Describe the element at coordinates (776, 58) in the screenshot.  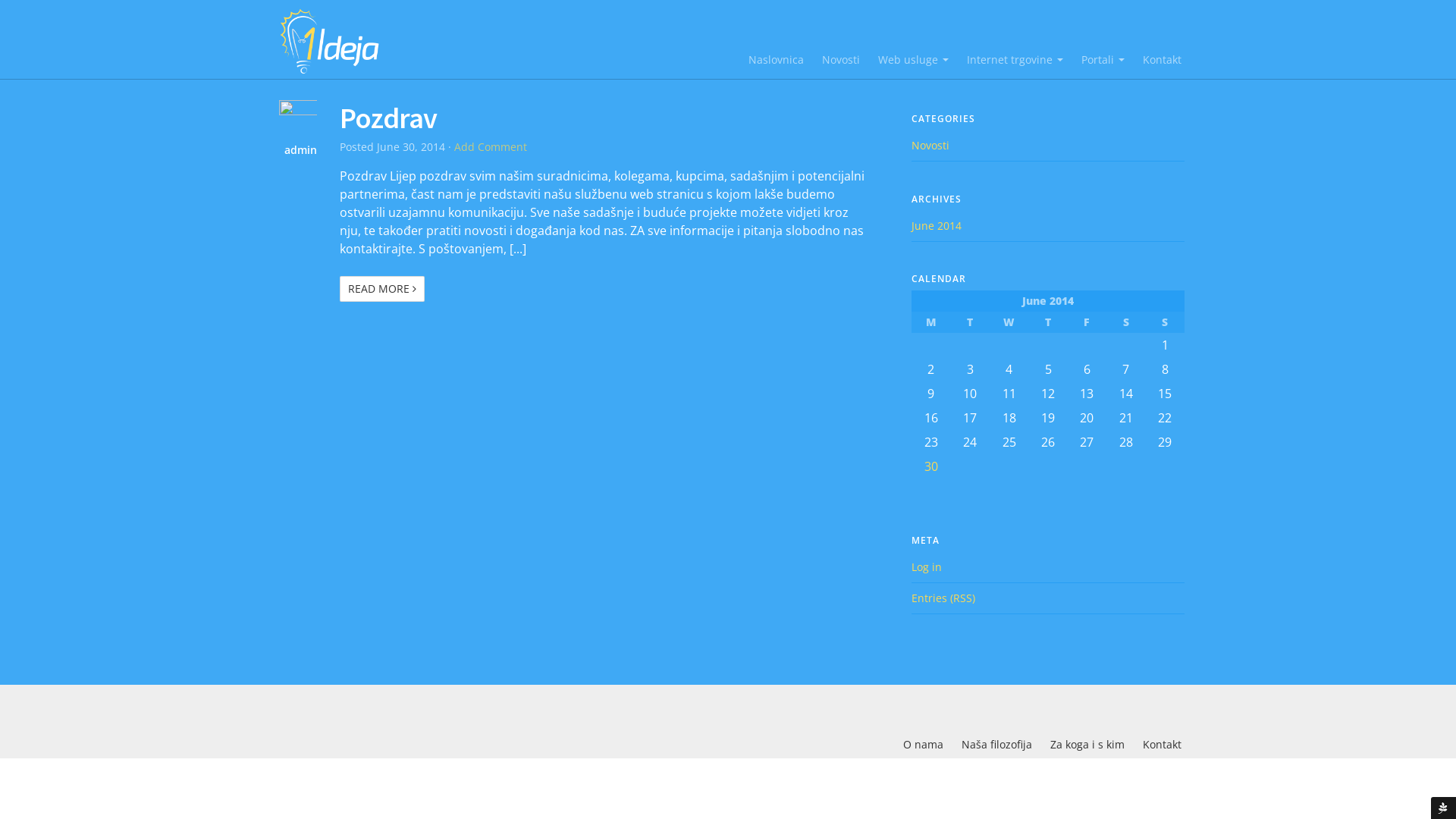
I see `'Naslovnica'` at that location.